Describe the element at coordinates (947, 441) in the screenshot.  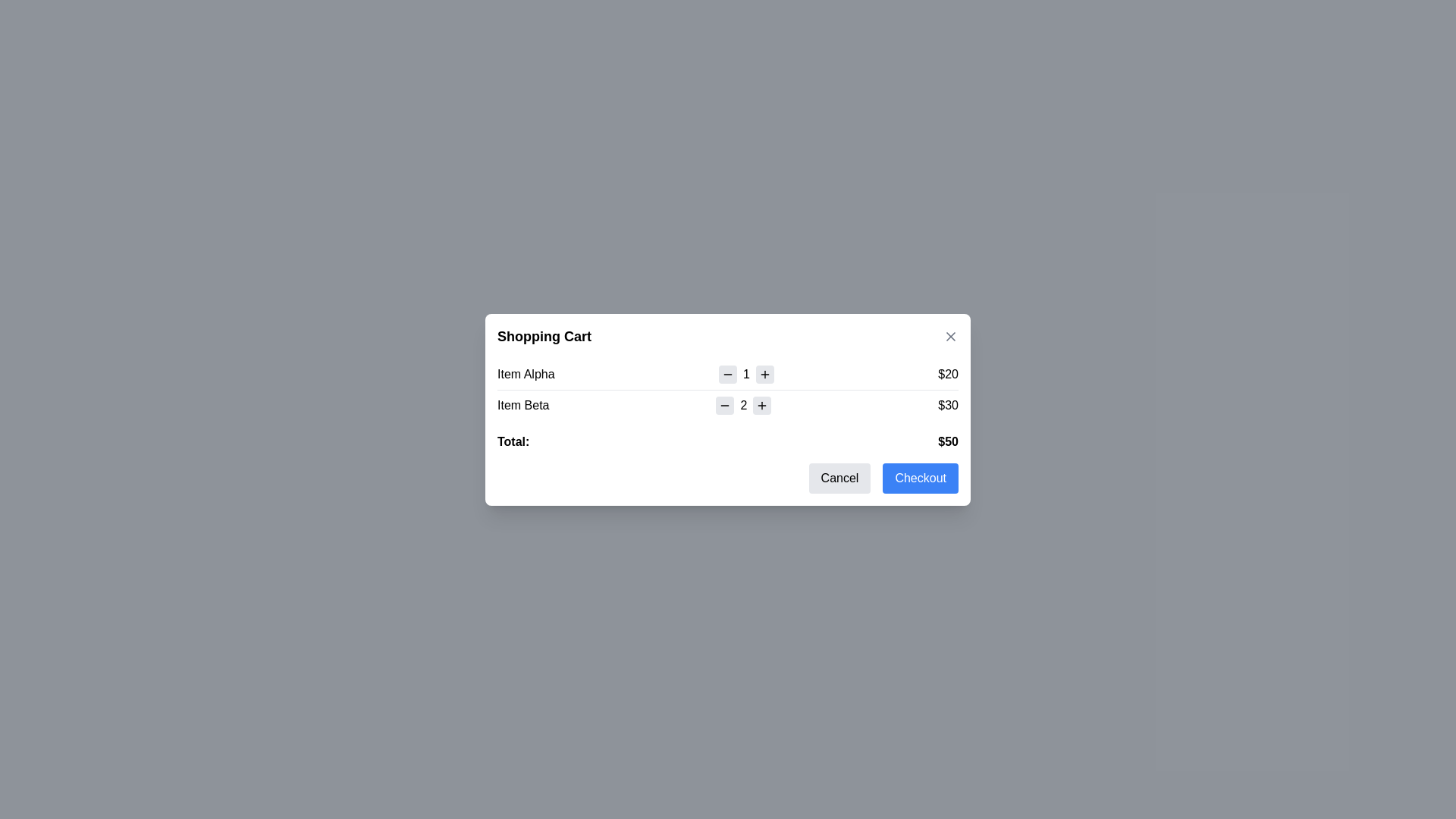
I see `the bold text label displaying '$50' in the 'Total:' row of the shopping cart interface` at that location.